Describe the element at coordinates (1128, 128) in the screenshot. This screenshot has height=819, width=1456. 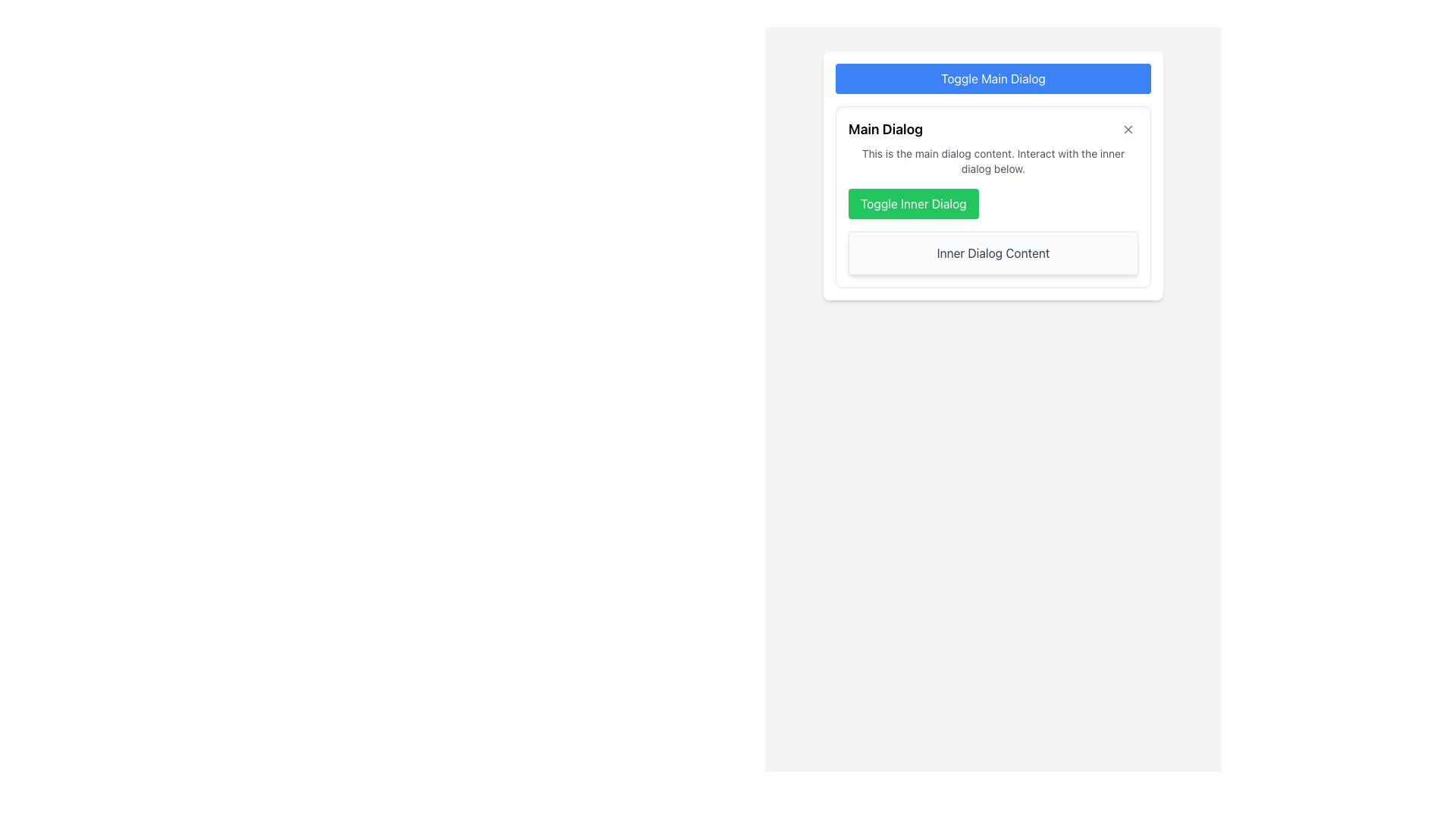
I see `the small button with an 'x' icon located at the top-right corner of the 'Main Dialog' header` at that location.